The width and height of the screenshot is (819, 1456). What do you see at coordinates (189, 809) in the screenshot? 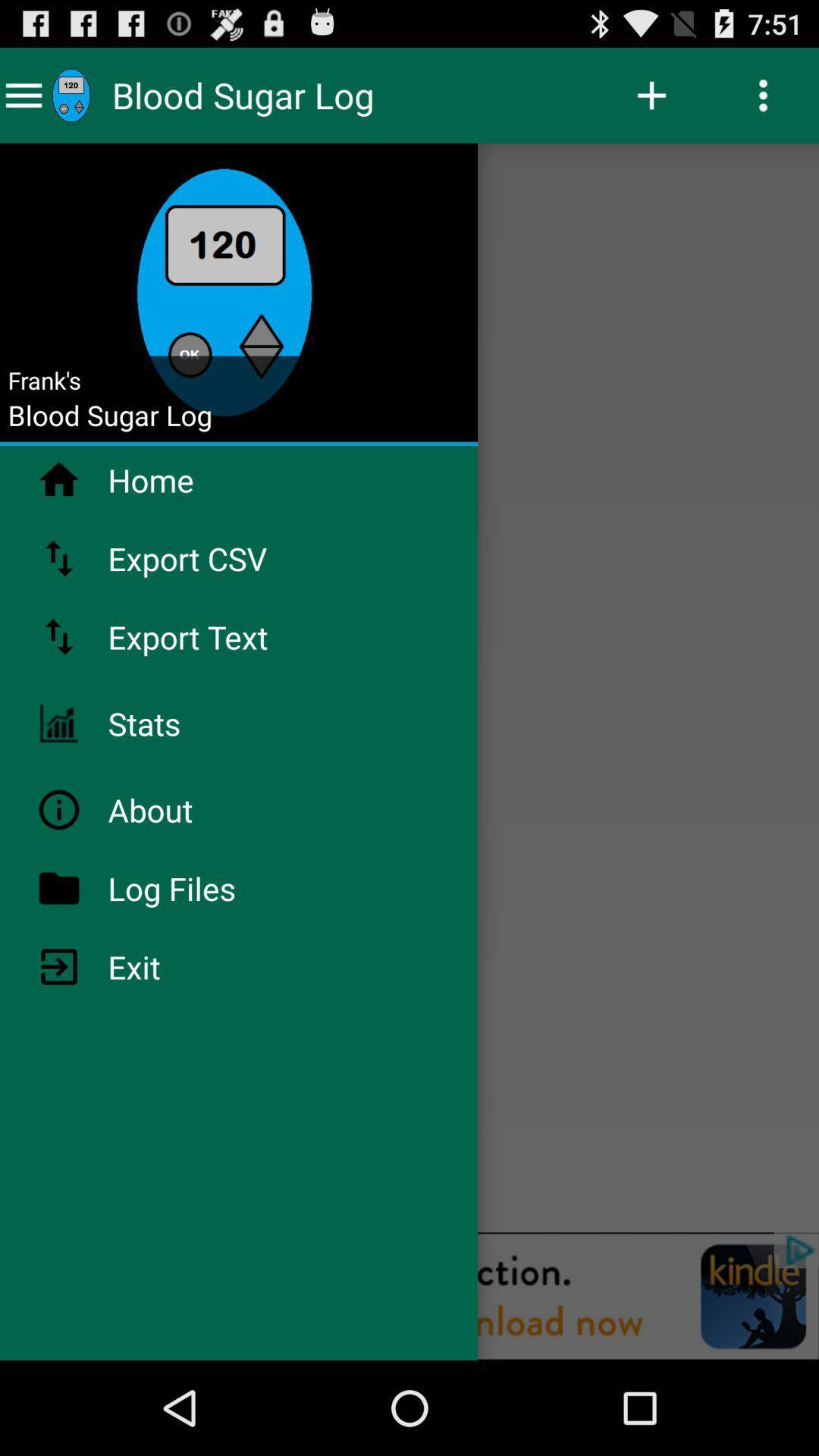
I see `about icon` at bounding box center [189, 809].